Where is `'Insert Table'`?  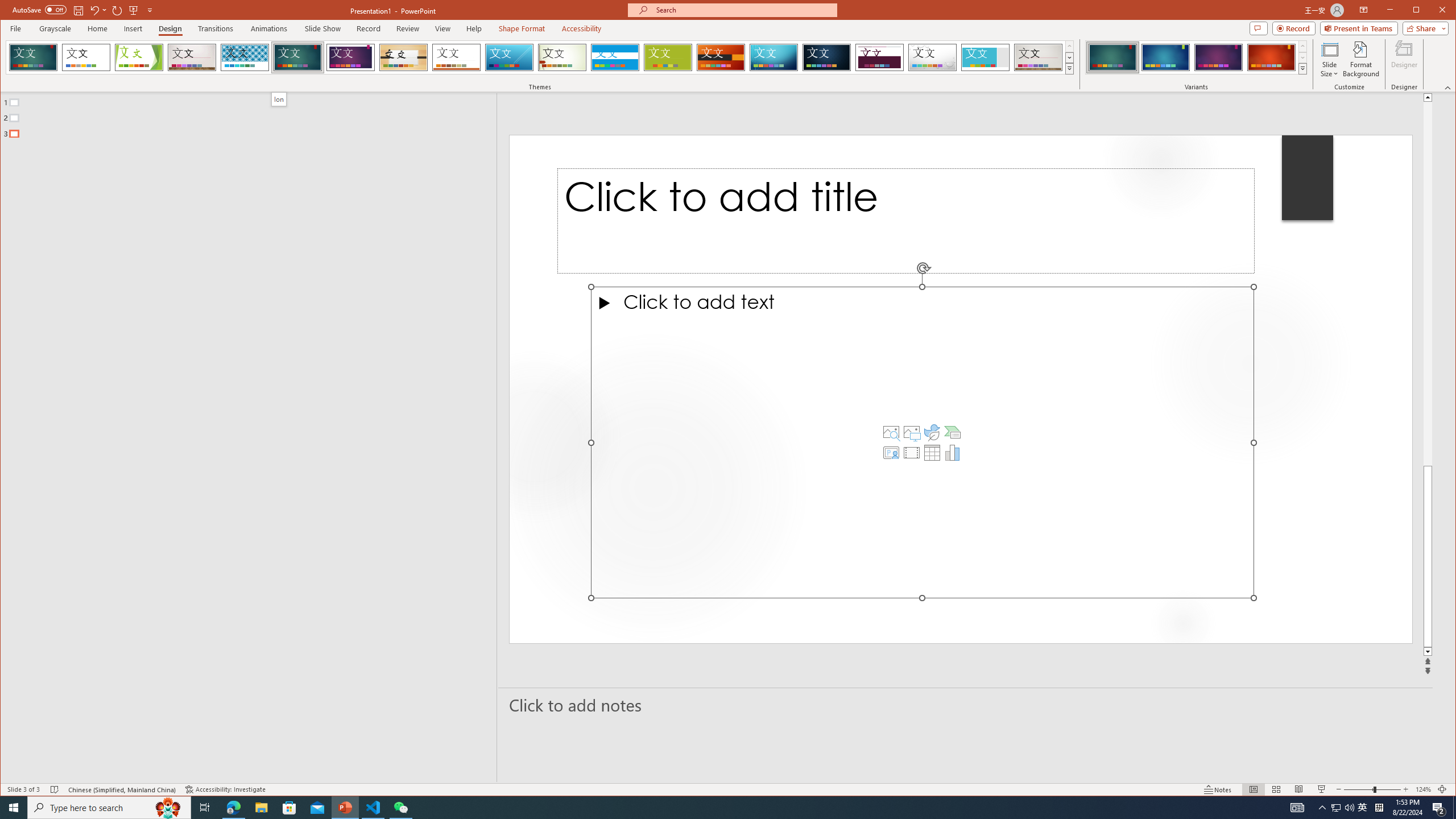
'Insert Table' is located at coordinates (932, 453).